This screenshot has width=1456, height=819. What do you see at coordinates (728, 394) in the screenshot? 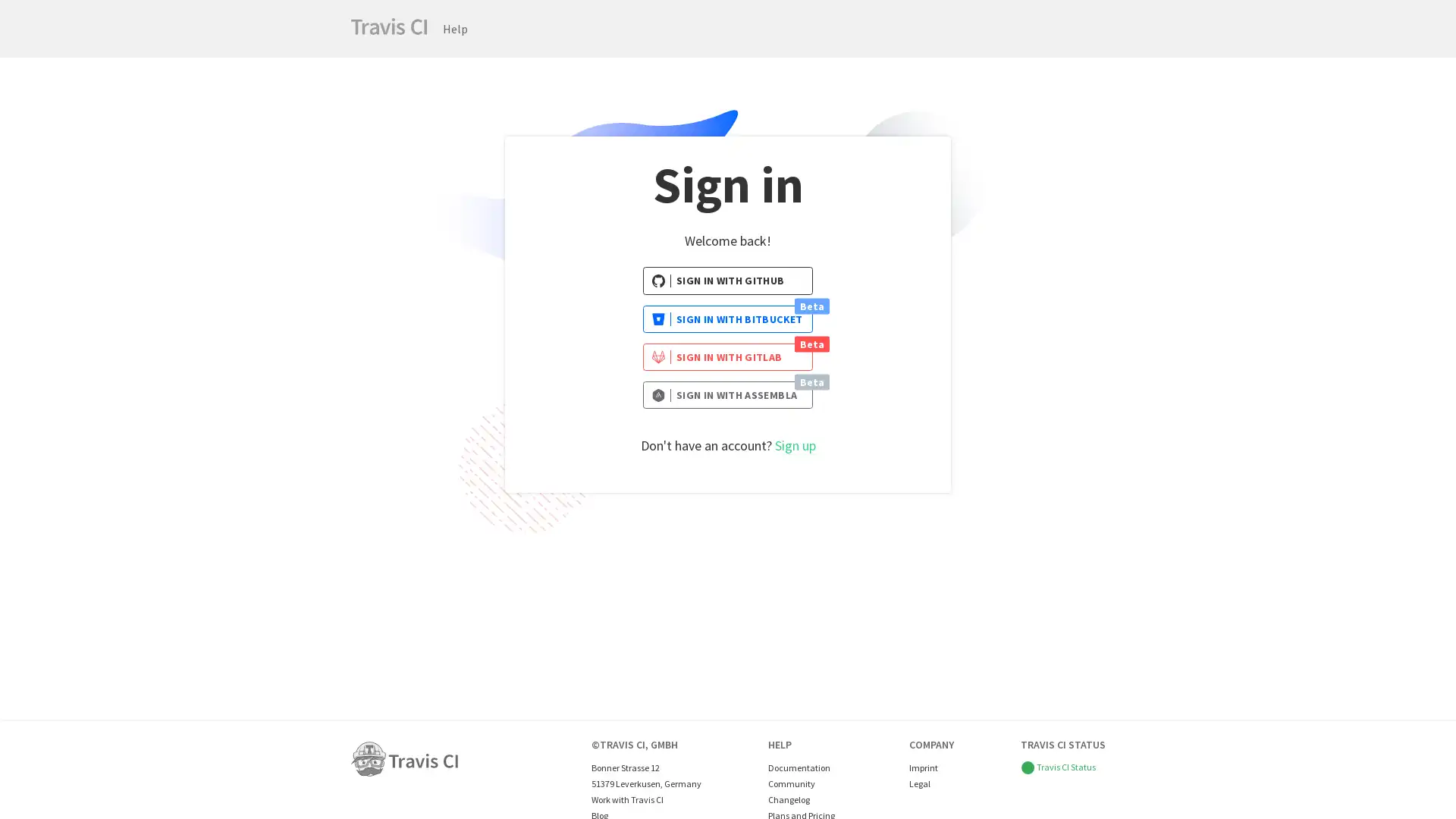
I see `SIGN IN WITH ASSEMBLA Beta` at bounding box center [728, 394].